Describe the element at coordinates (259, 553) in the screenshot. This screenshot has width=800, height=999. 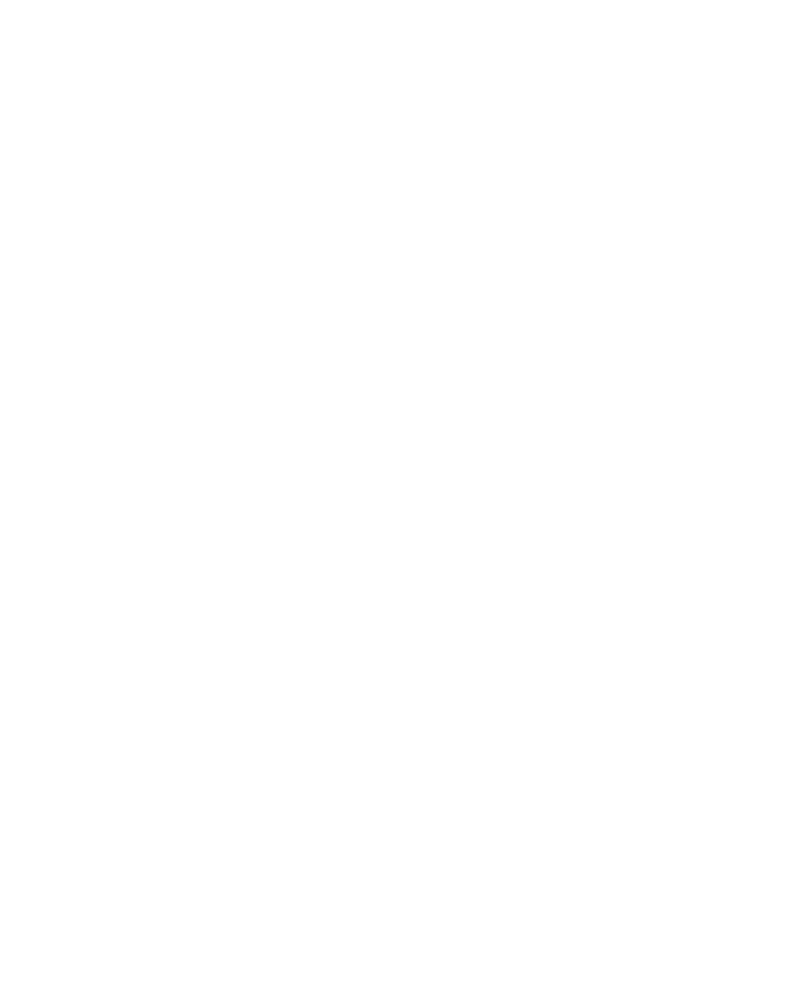
I see `'Clive Young'` at that location.